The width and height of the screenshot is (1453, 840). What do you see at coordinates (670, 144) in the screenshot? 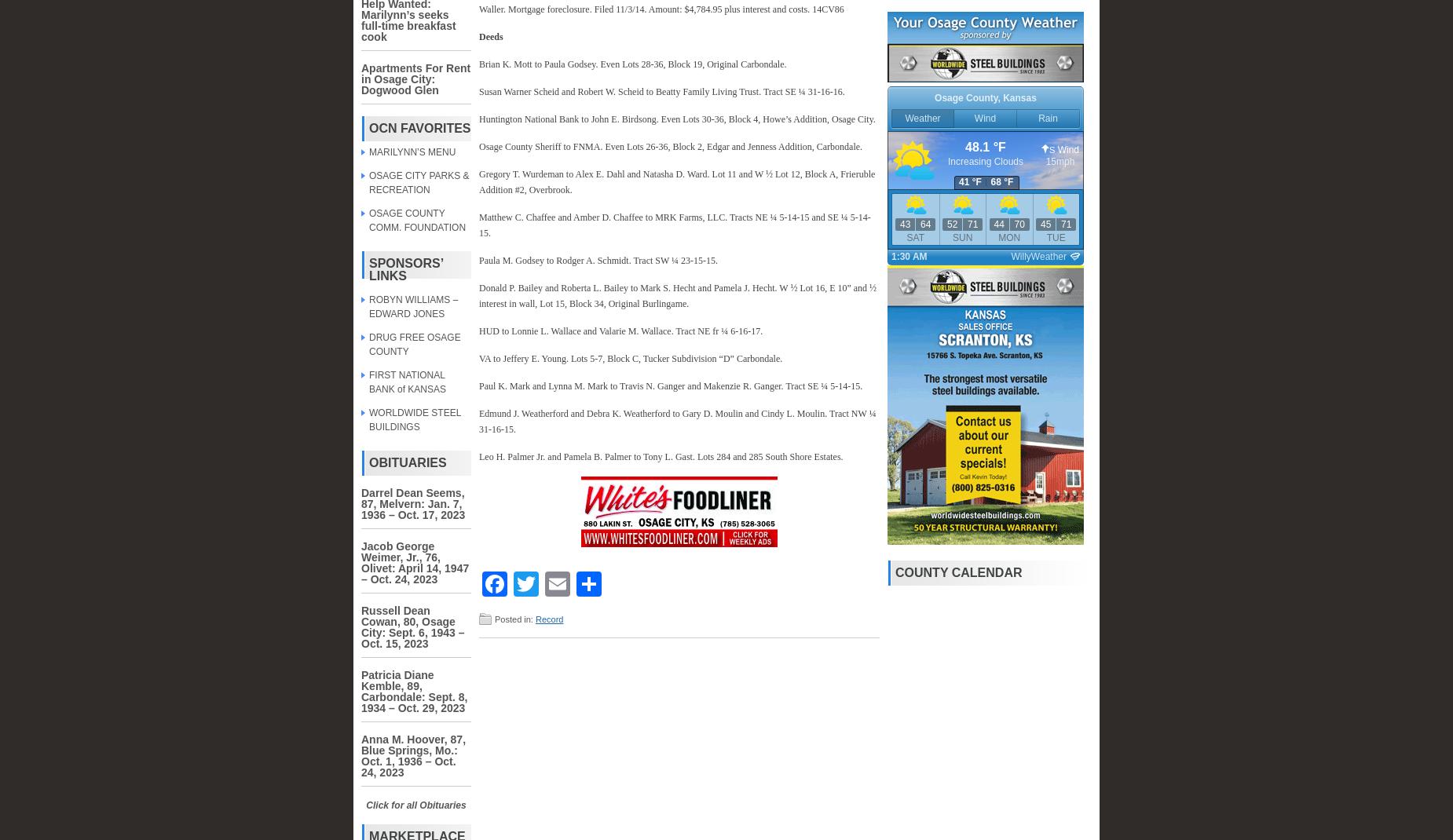
I see `'Osage County Sheriff to FNMA. Even Lots 26-36, Block 2, Edgar and Jenness Addition, Carbondale.'` at bounding box center [670, 144].